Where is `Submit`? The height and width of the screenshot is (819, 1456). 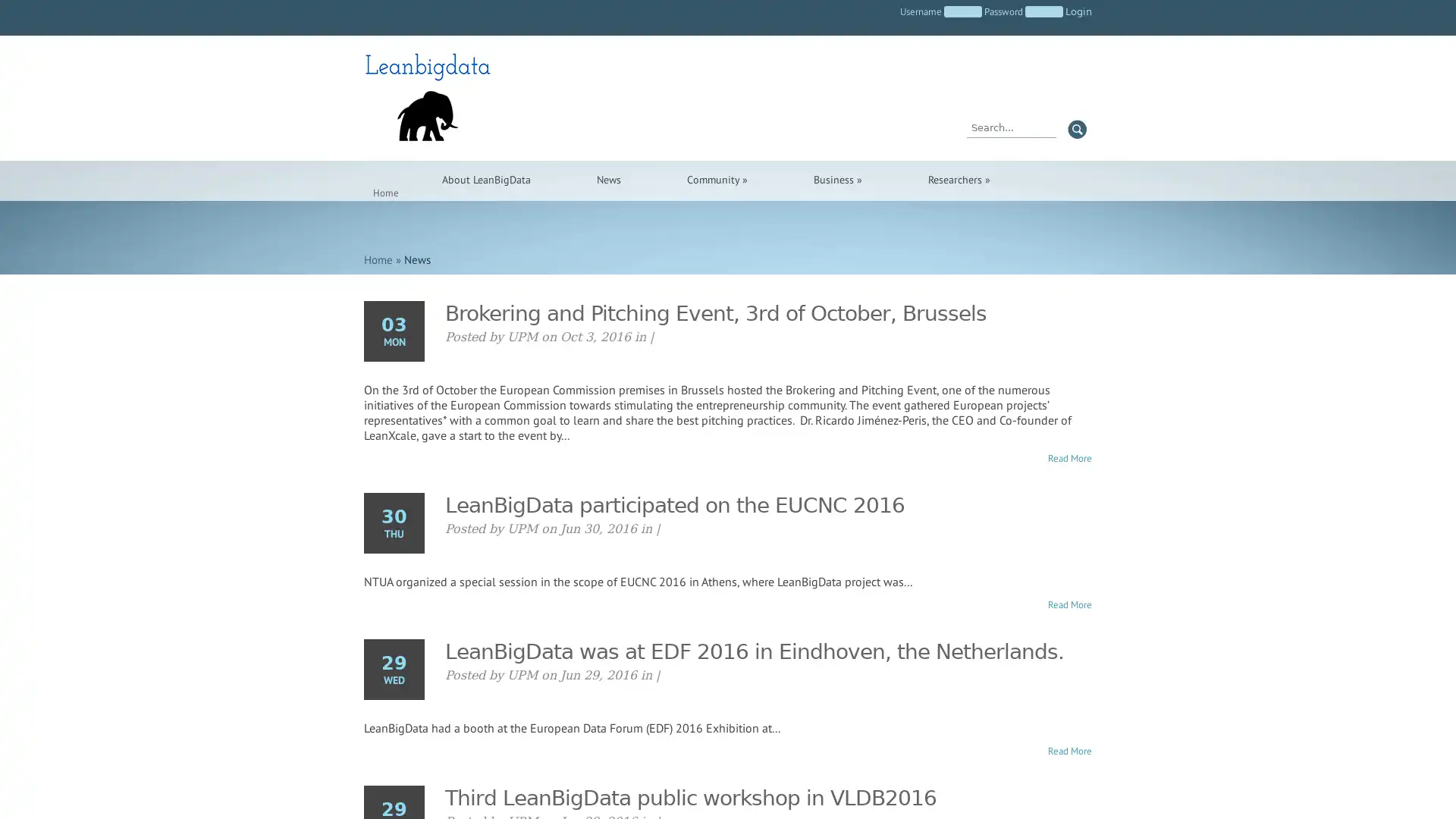
Submit is located at coordinates (1076, 128).